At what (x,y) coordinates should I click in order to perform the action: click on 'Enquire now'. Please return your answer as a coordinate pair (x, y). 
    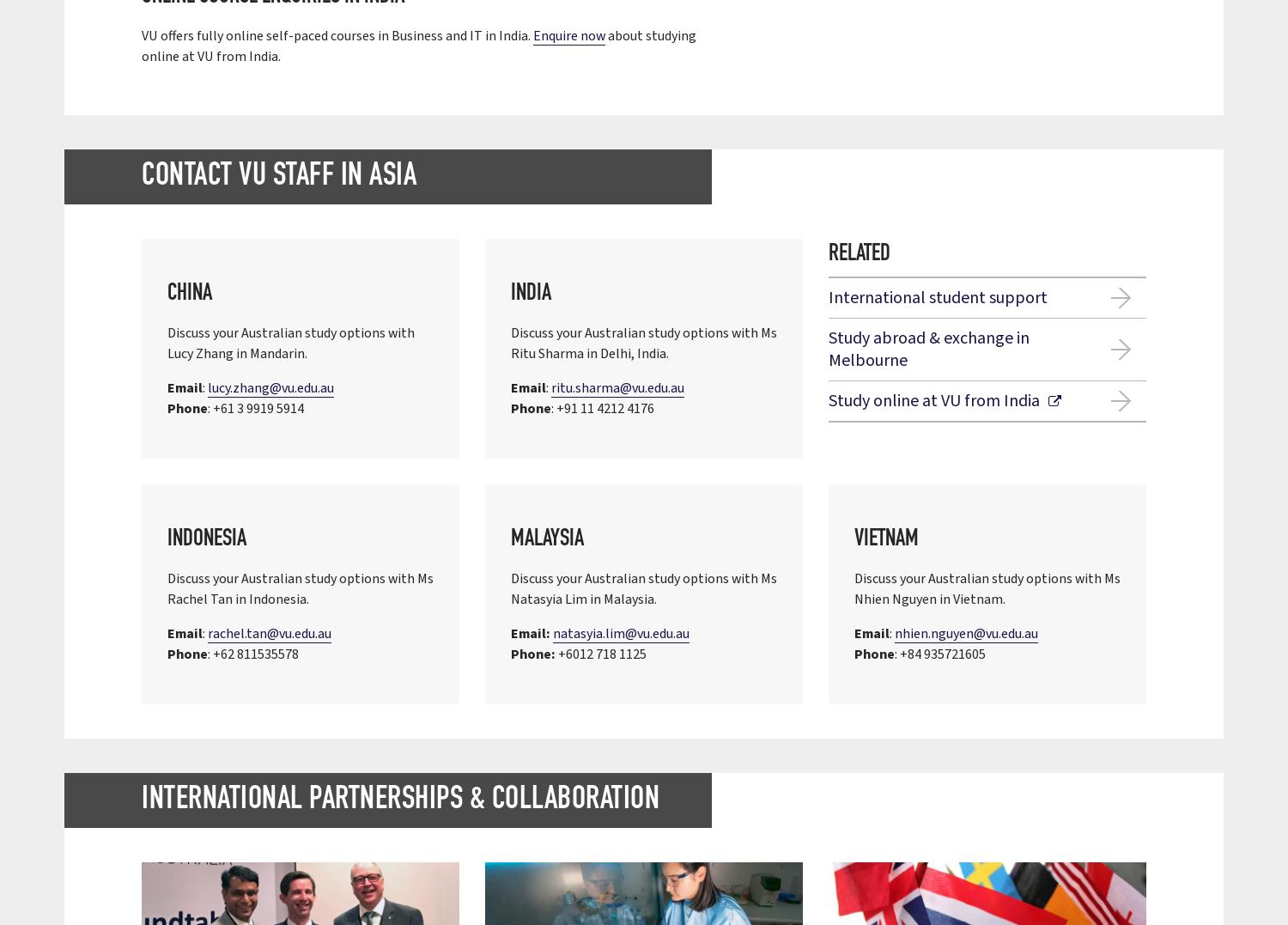
    Looking at the image, I should click on (569, 36).